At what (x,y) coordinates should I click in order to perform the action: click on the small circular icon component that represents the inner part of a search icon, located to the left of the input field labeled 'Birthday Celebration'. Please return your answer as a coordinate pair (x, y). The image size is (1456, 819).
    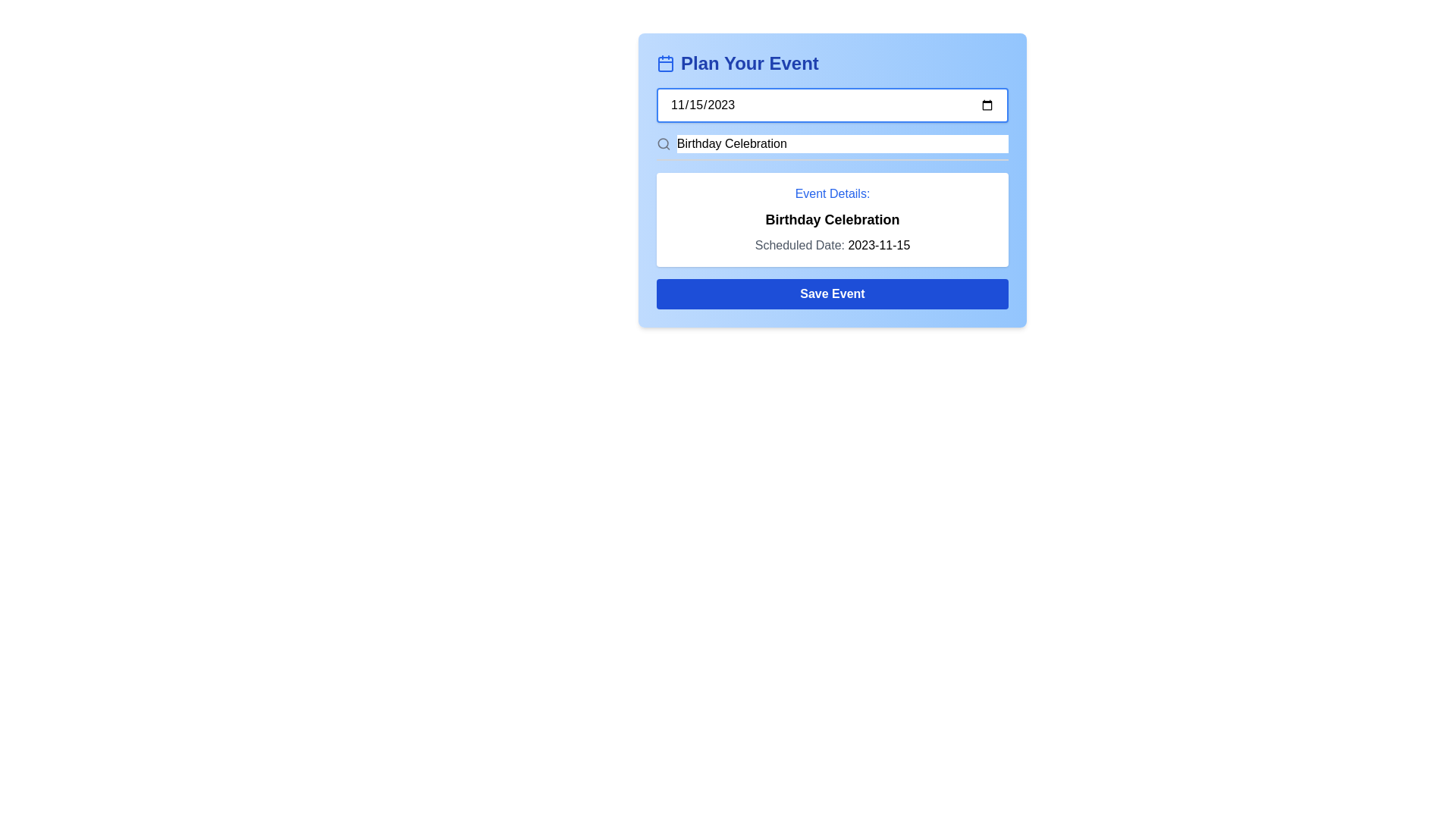
    Looking at the image, I should click on (663, 143).